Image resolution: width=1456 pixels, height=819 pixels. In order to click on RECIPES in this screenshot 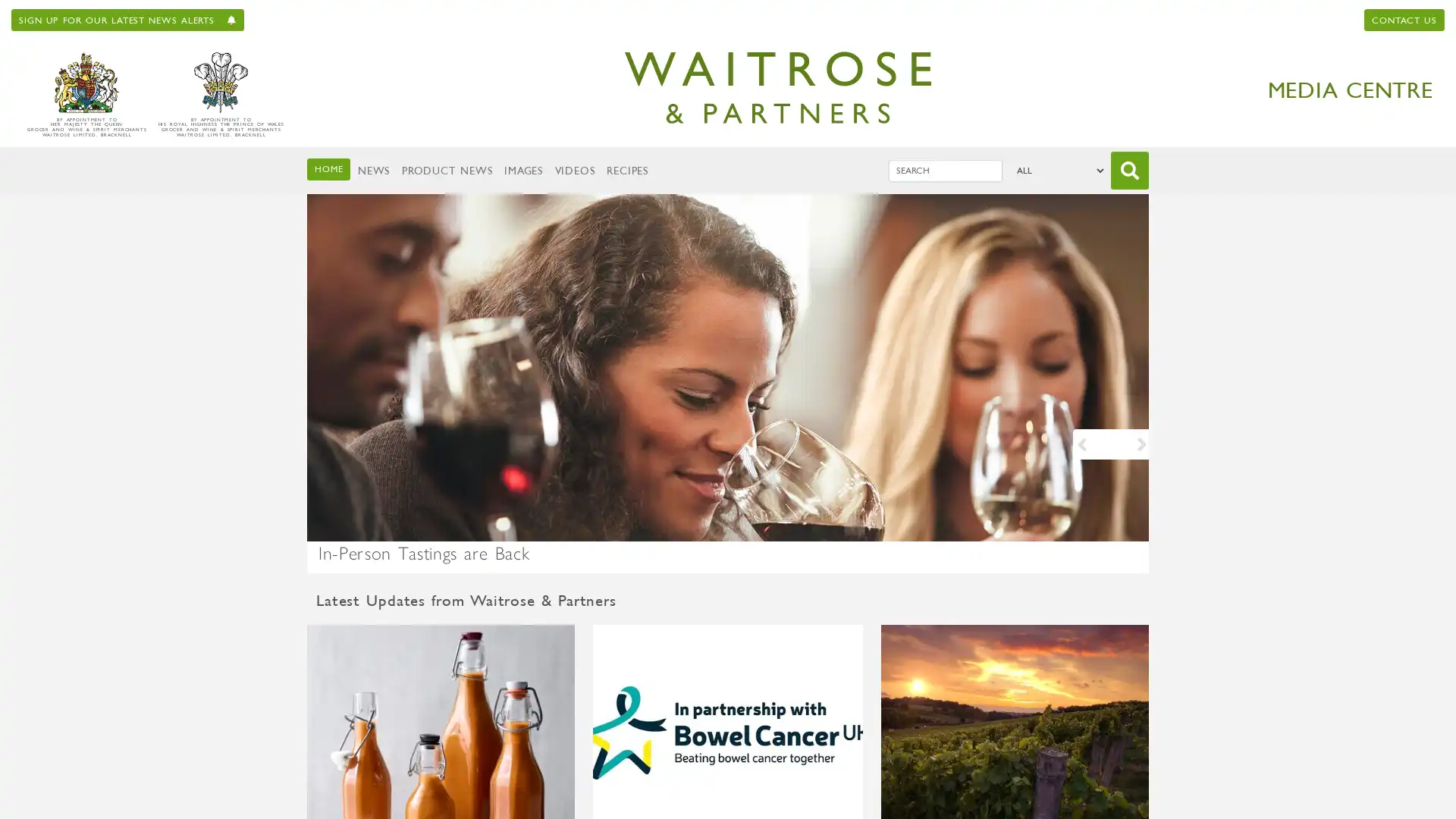, I will do `click(627, 170)`.